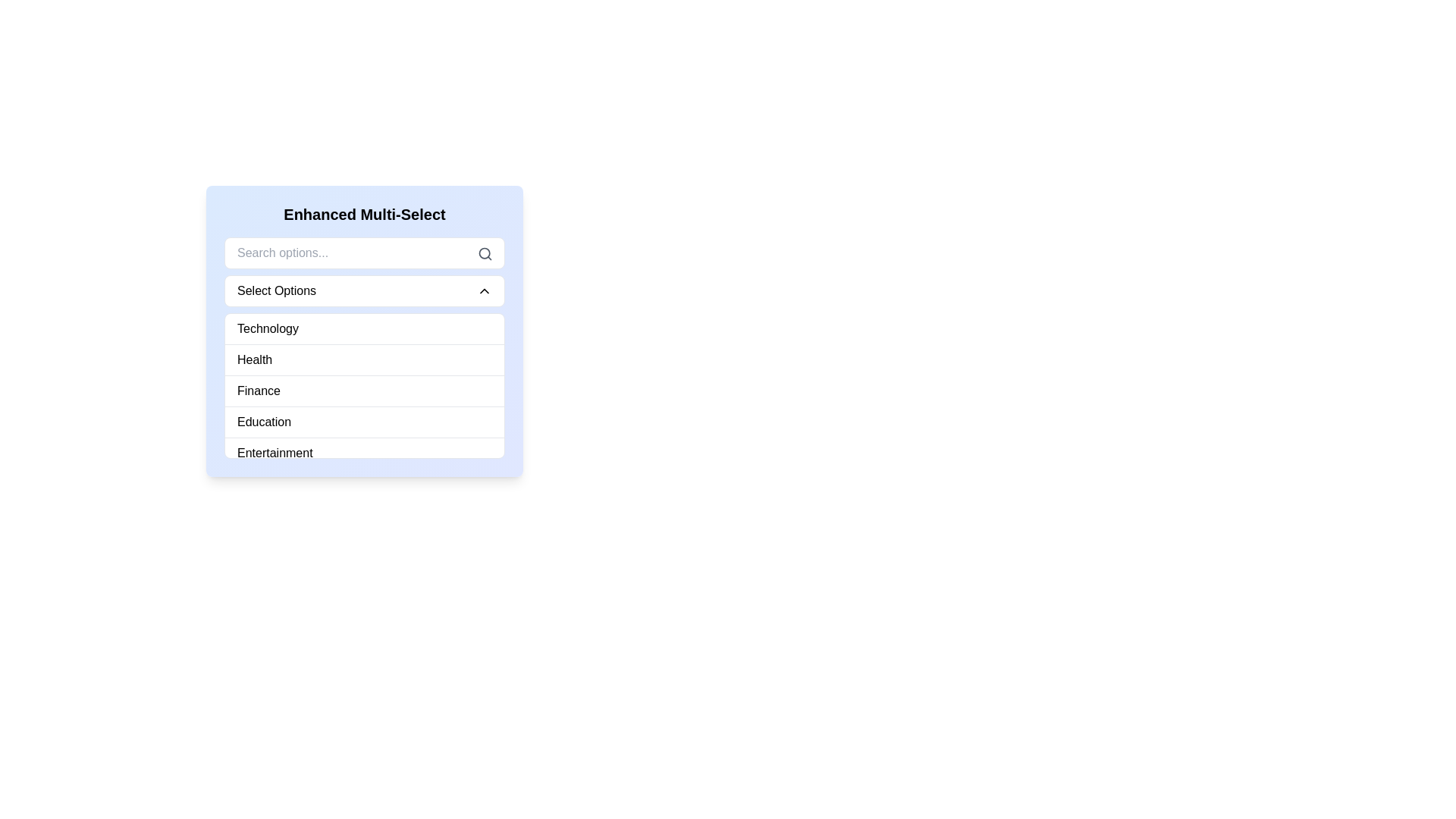 This screenshot has height=819, width=1456. Describe the element at coordinates (264, 422) in the screenshot. I see `on the 'Education' option in the dropdown menu of the 'Enhanced Multi-Select' module` at that location.